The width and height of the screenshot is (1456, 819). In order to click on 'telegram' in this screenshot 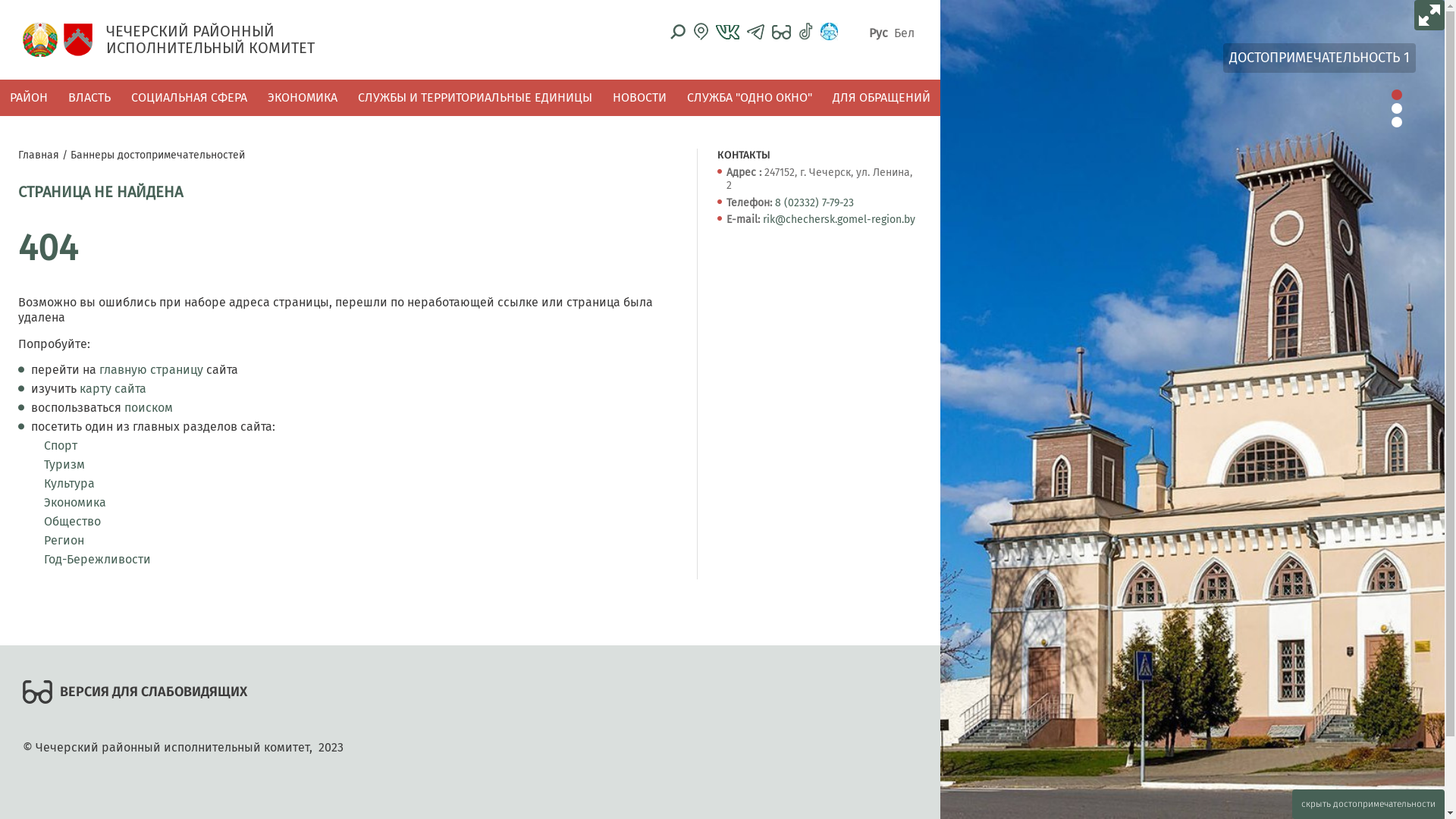, I will do `click(755, 32)`.